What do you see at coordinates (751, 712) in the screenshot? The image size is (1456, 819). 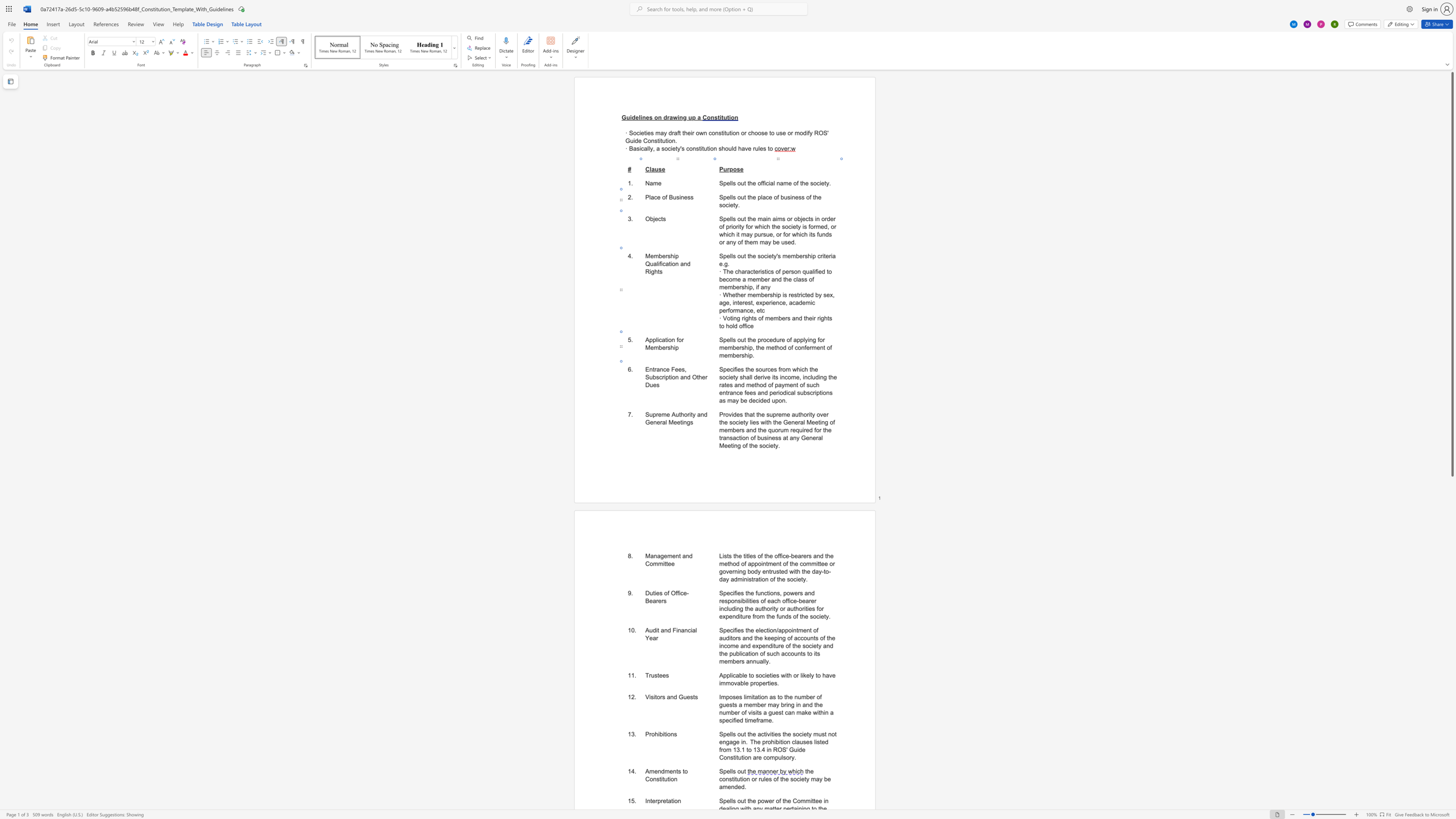 I see `the space between the continuous character "v" and "i" in the text` at bounding box center [751, 712].